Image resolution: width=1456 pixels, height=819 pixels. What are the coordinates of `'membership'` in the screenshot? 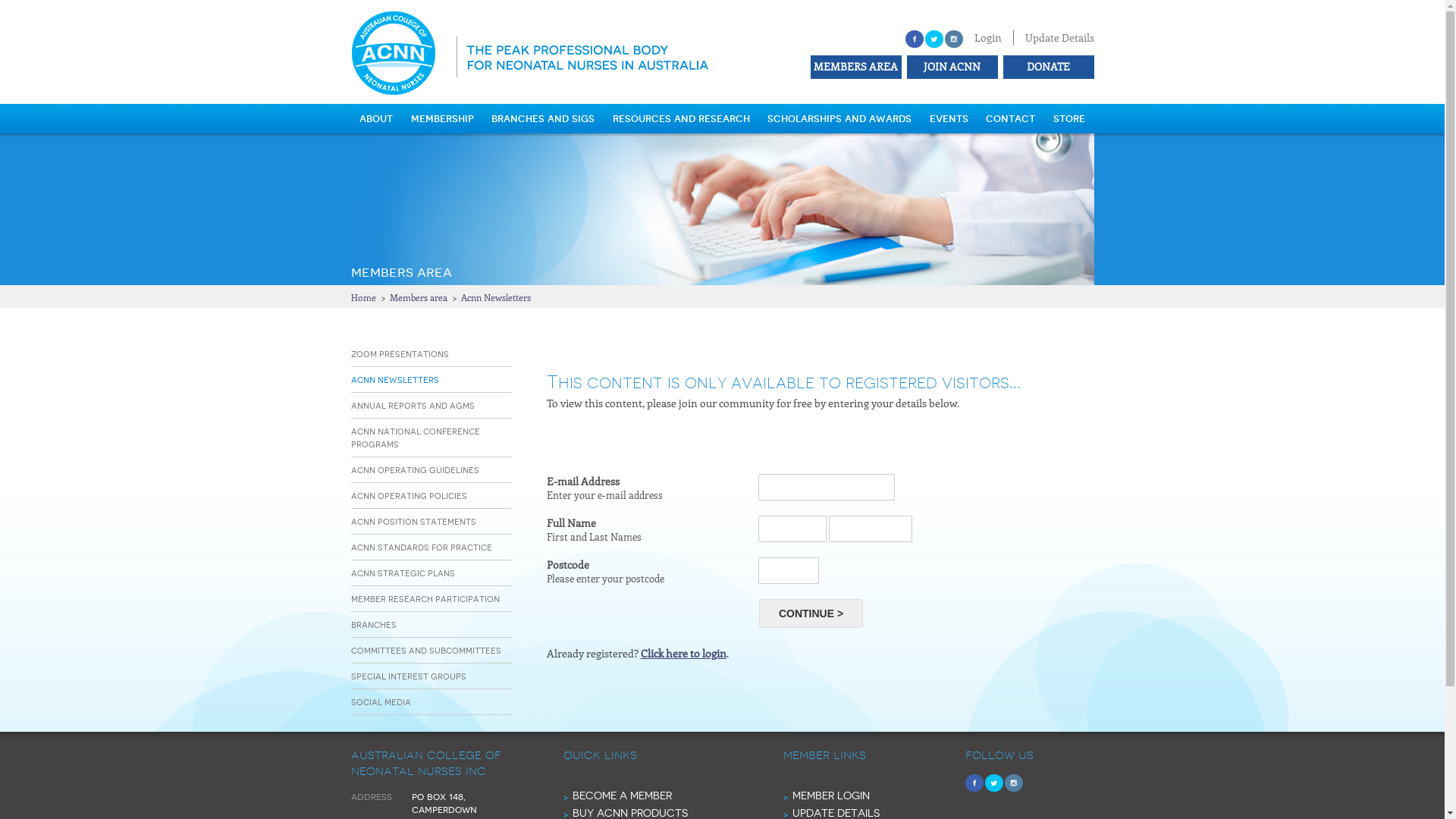 It's located at (441, 118).